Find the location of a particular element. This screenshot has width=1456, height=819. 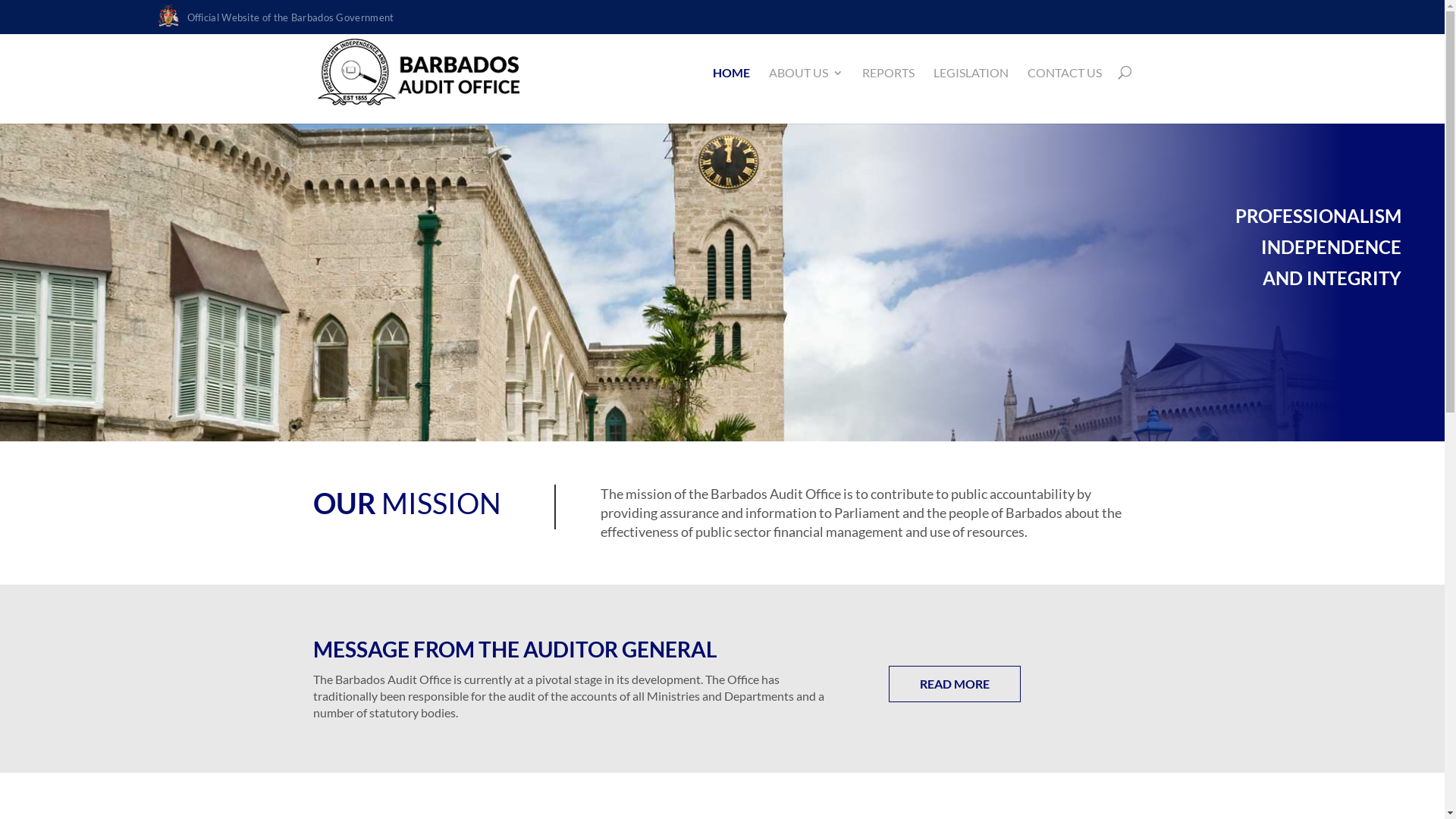

'ABOUT US' is located at coordinates (805, 73).